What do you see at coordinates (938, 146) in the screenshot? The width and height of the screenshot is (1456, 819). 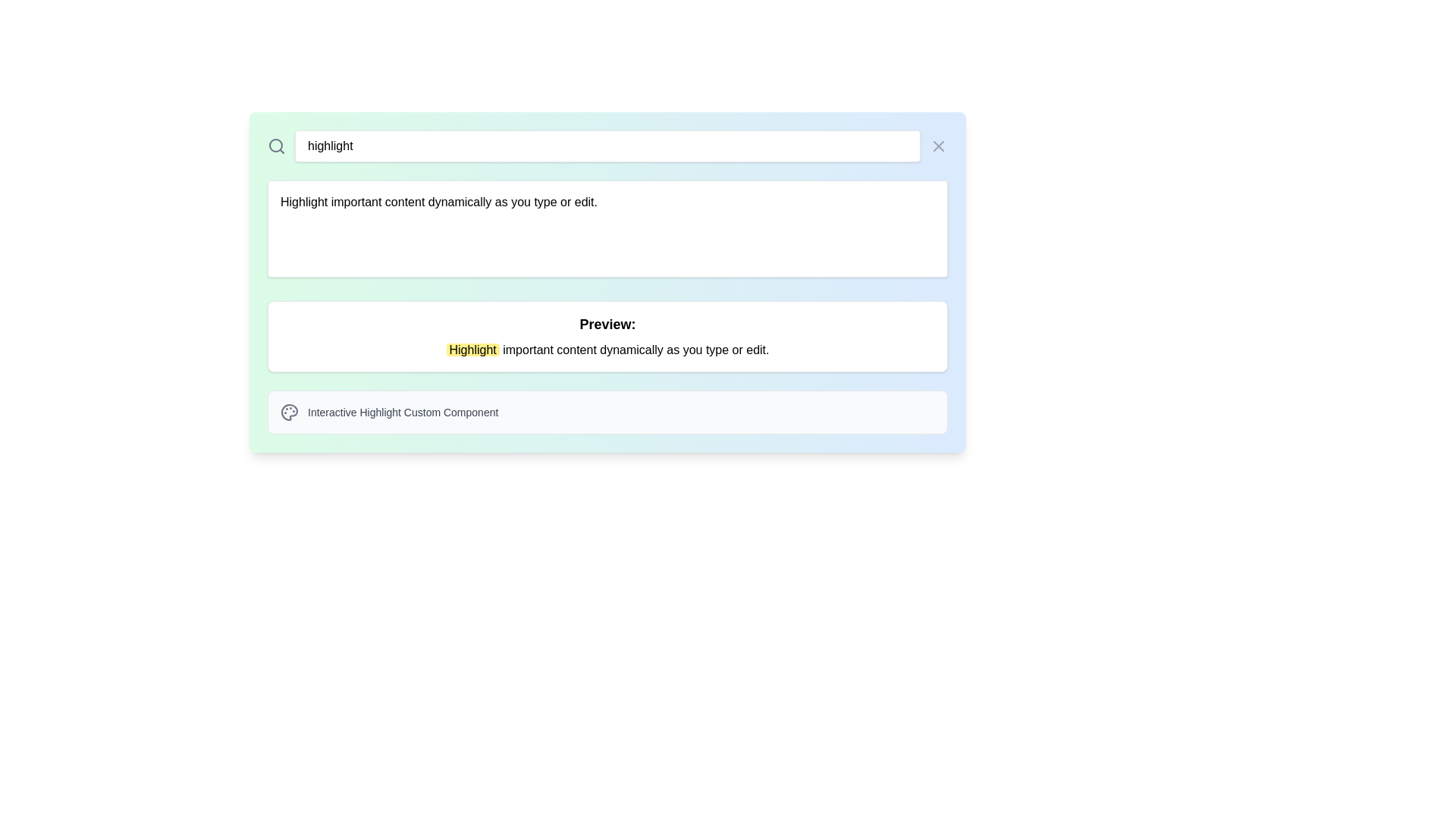 I see `the clear icon button located on the far-right side of the input field` at bounding box center [938, 146].